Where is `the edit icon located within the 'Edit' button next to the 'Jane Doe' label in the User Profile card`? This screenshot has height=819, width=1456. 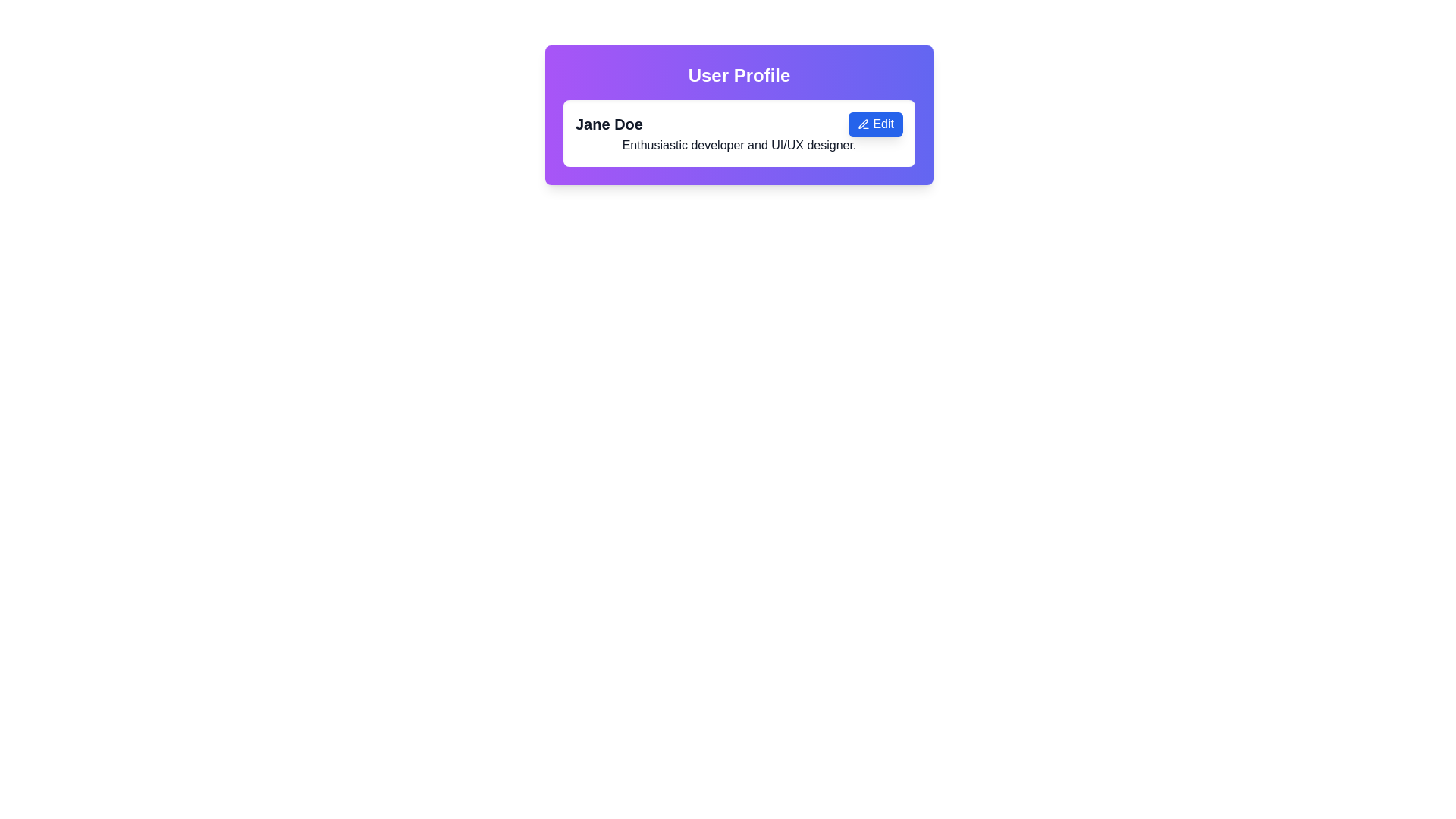
the edit icon located within the 'Edit' button next to the 'Jane Doe' label in the User Profile card is located at coordinates (864, 124).